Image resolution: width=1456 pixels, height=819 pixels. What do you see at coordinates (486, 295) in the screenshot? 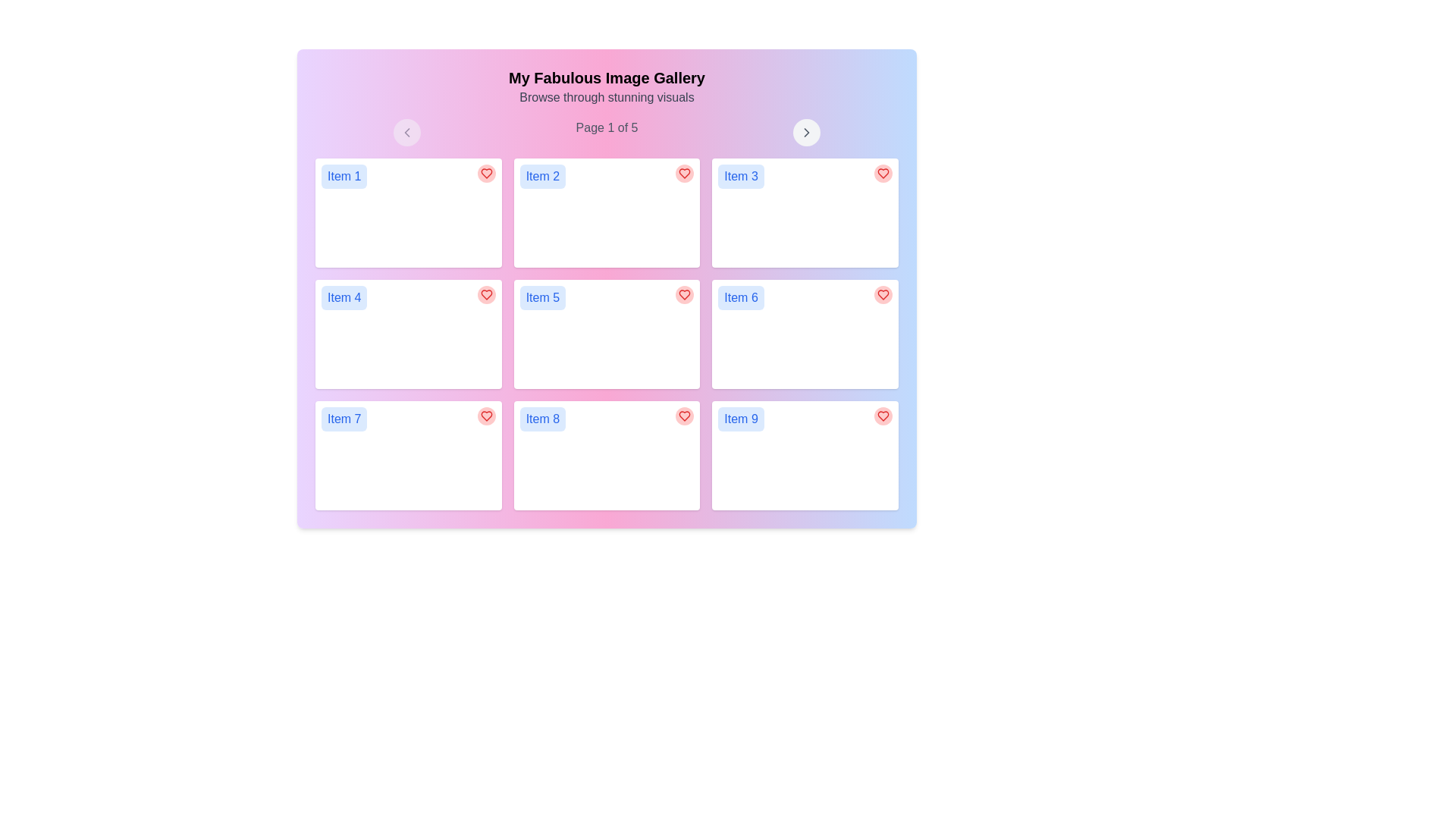
I see `the small circular button with a red background and a heart icon in the top-right corner of the 'Item 4' card` at bounding box center [486, 295].